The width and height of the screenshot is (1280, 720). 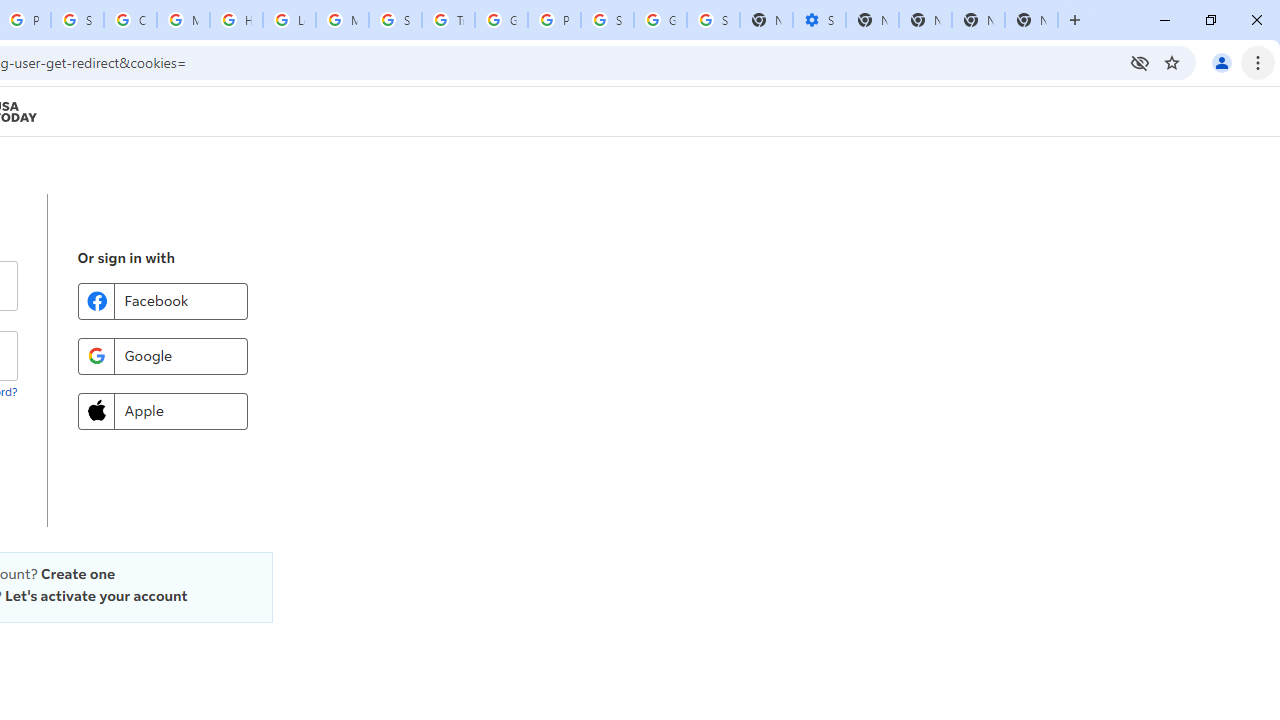 I want to click on 'New Tab', so click(x=1031, y=20).